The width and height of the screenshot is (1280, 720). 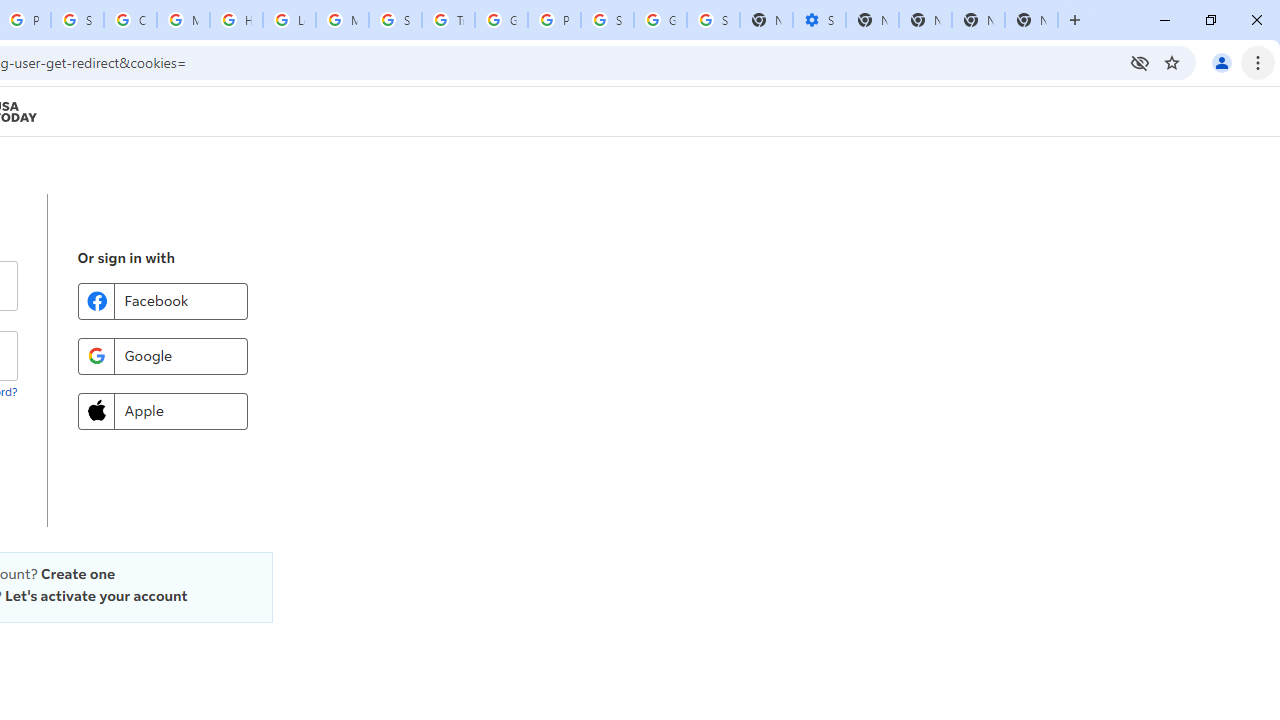 I want to click on 'New Tab', so click(x=1031, y=20).